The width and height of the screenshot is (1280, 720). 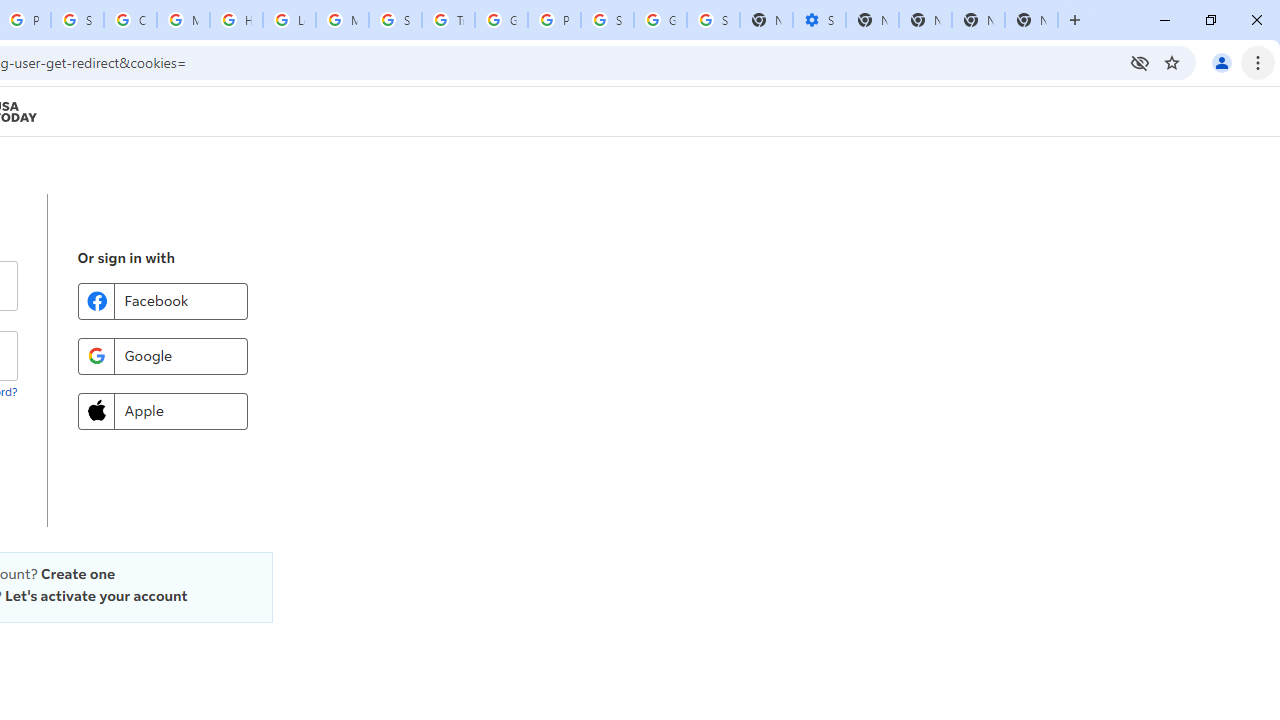 I want to click on 'New Tab', so click(x=1031, y=20).